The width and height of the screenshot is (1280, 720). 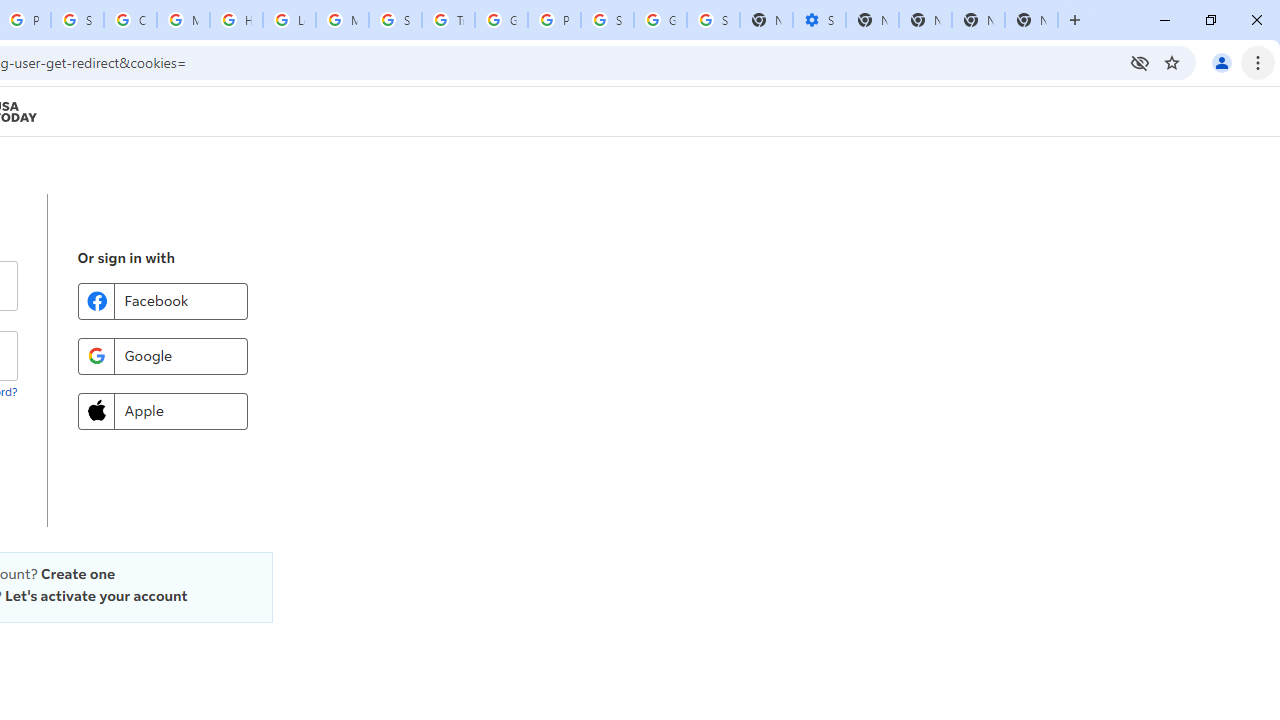 I want to click on 'New Tab', so click(x=1031, y=20).